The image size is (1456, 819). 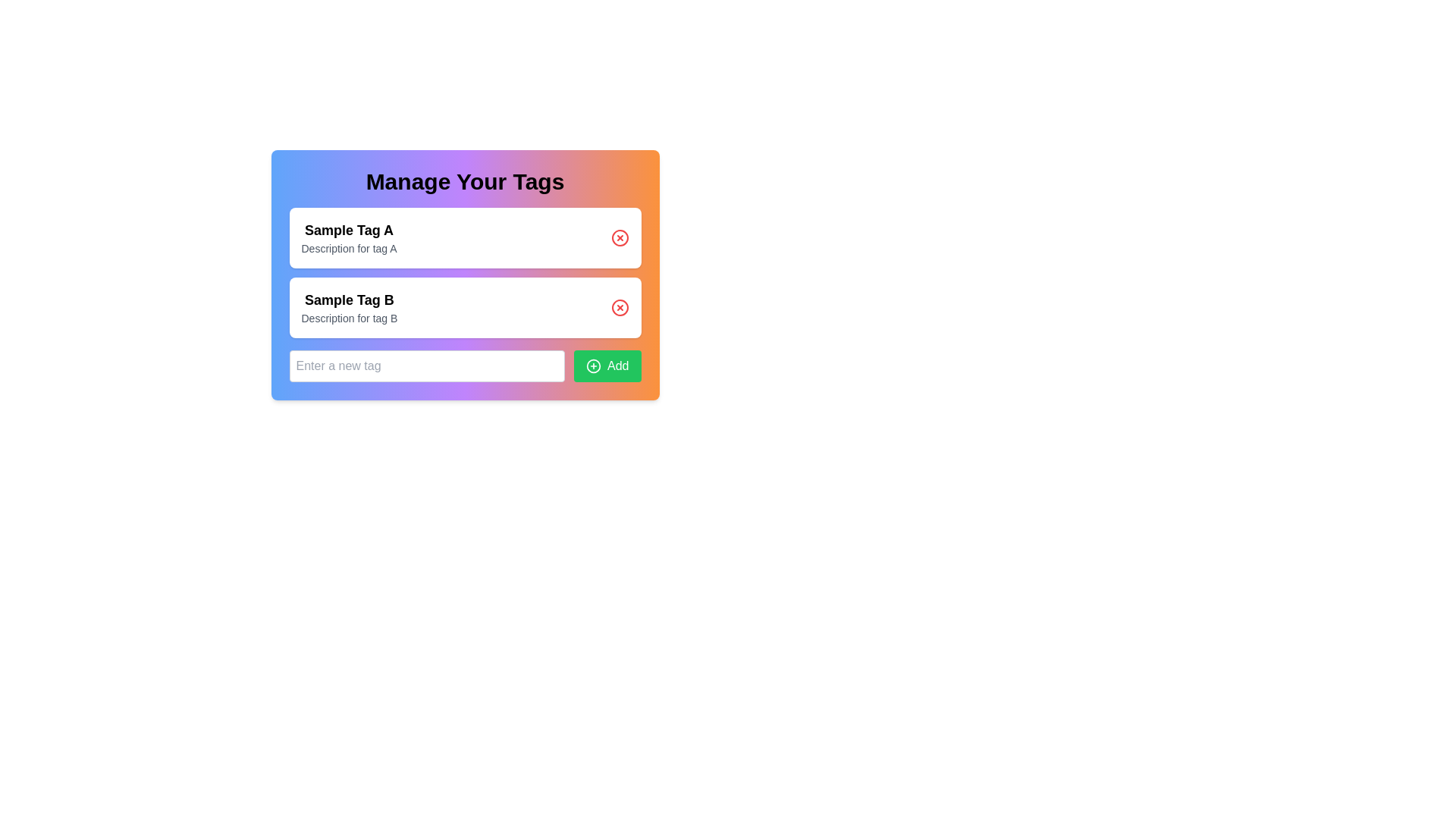 What do you see at coordinates (620, 237) in the screenshot?
I see `the button located at the top-right corner of the rectangular box containing 'Sample Tag A' and its description` at bounding box center [620, 237].